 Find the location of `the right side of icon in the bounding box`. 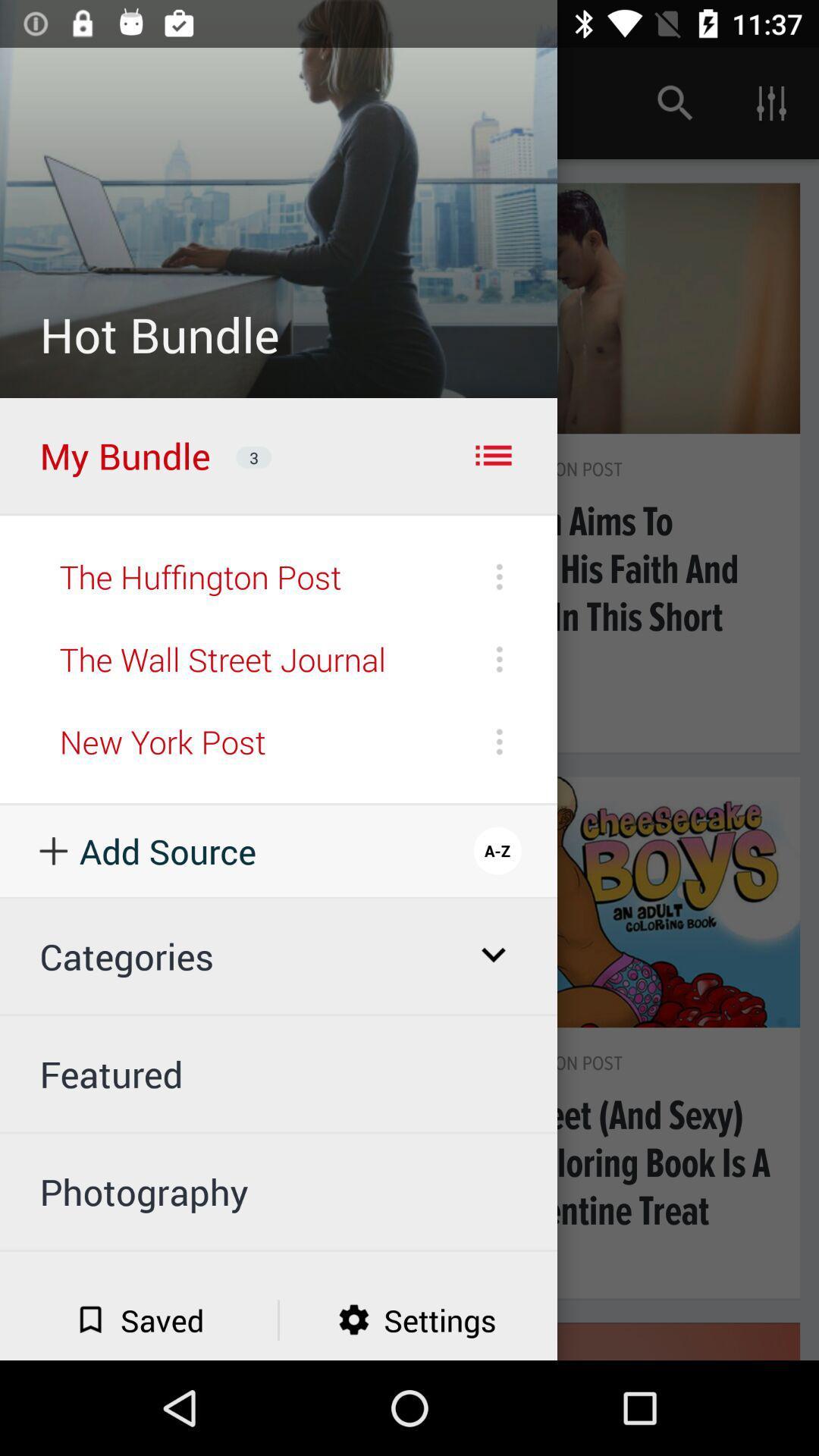

the right side of icon in the bounding box is located at coordinates (771, 103).